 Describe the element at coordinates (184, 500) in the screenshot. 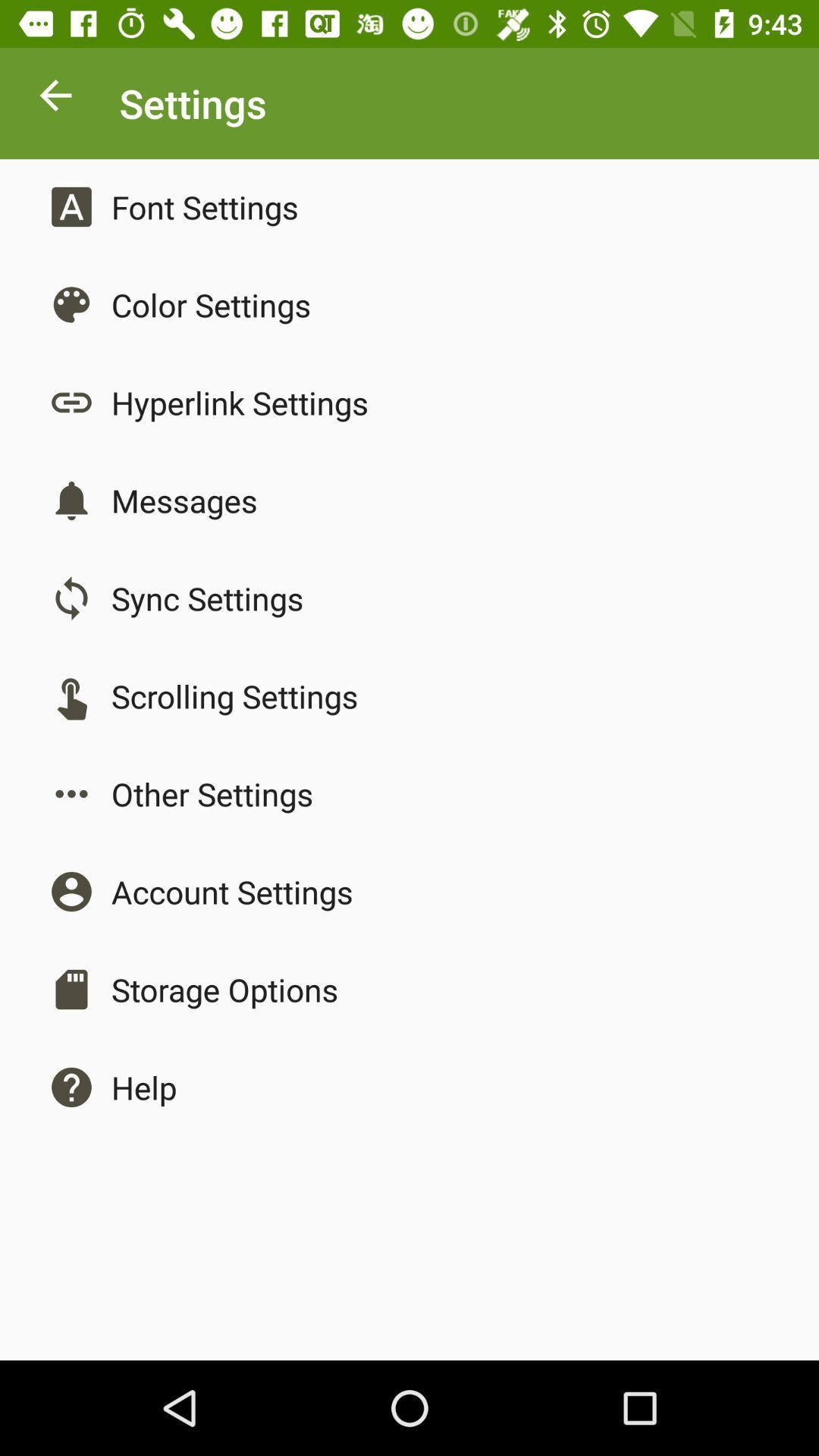

I see `the messages icon` at that location.